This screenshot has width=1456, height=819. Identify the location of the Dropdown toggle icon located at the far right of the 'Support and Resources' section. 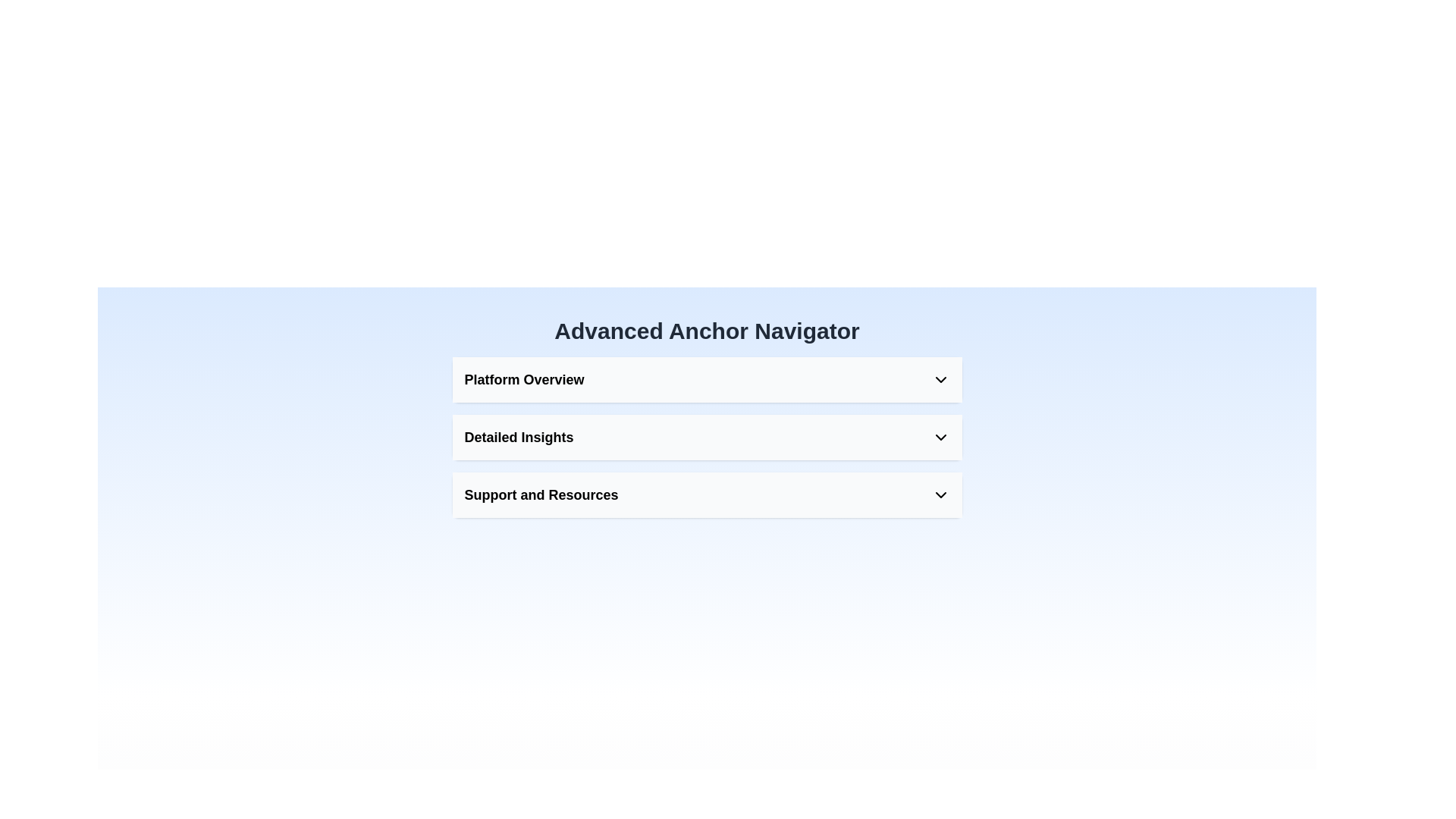
(940, 494).